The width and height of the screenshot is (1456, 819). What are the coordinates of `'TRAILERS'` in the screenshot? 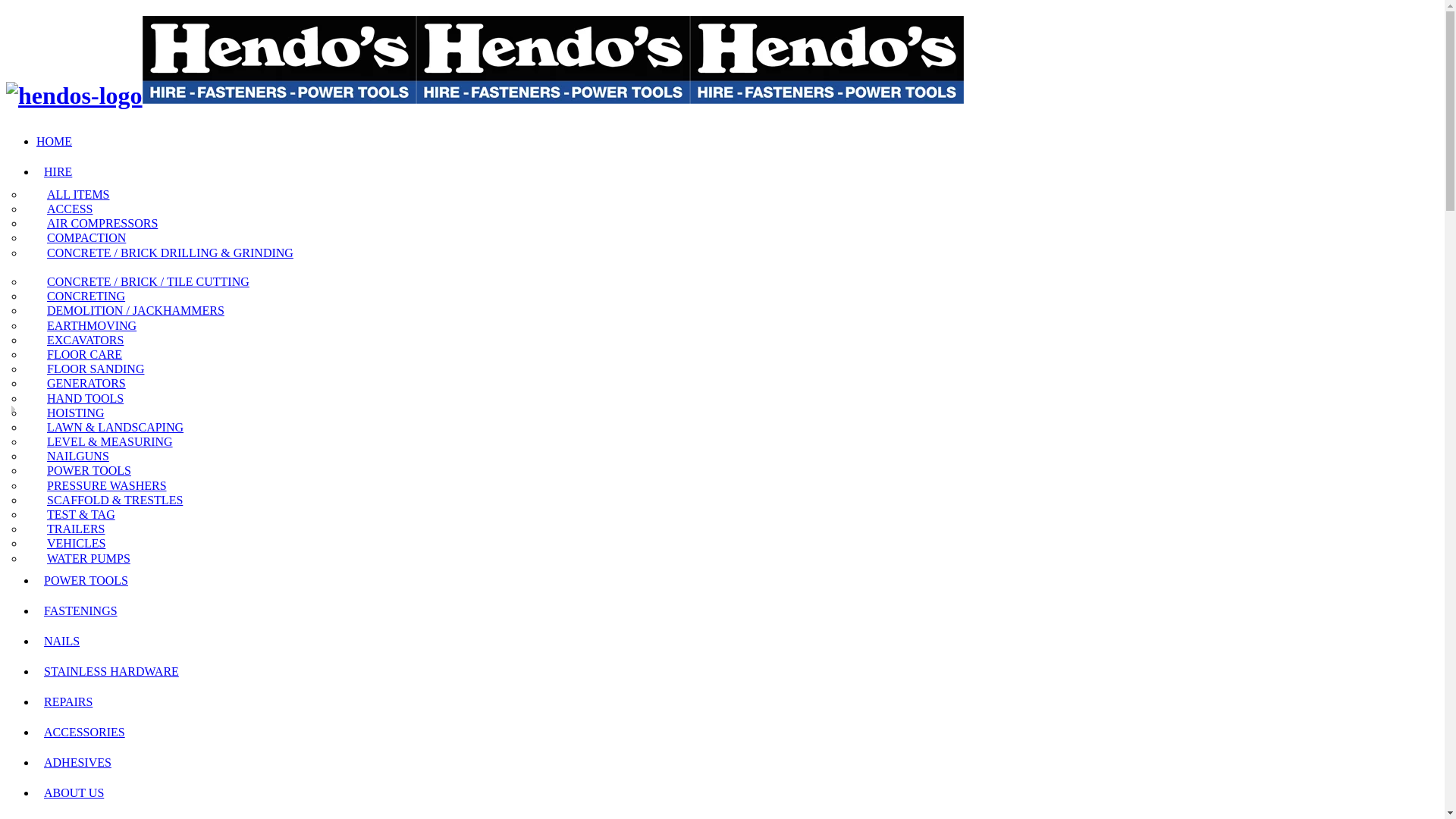 It's located at (71, 528).